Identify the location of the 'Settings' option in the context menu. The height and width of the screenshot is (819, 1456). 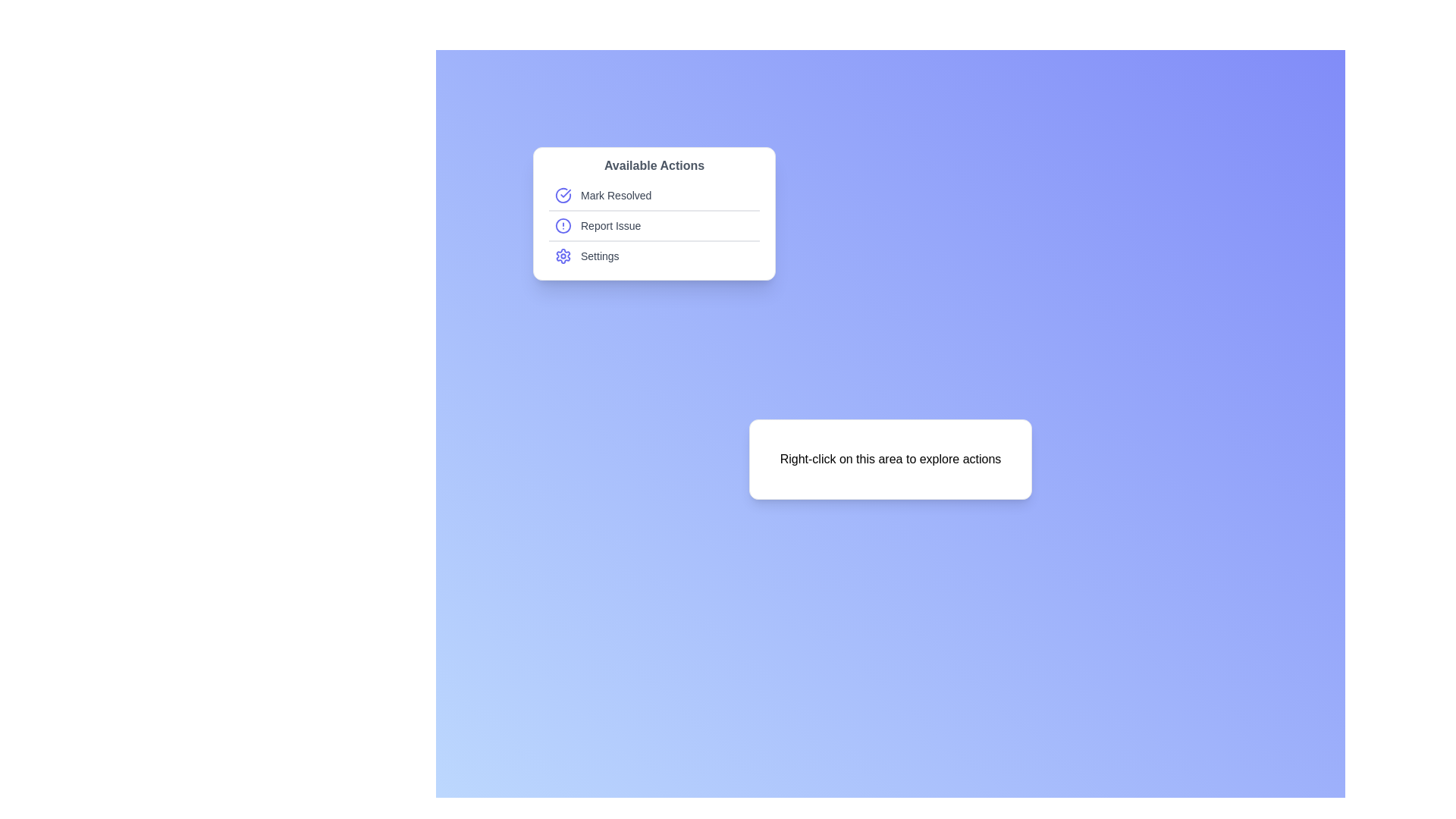
(654, 256).